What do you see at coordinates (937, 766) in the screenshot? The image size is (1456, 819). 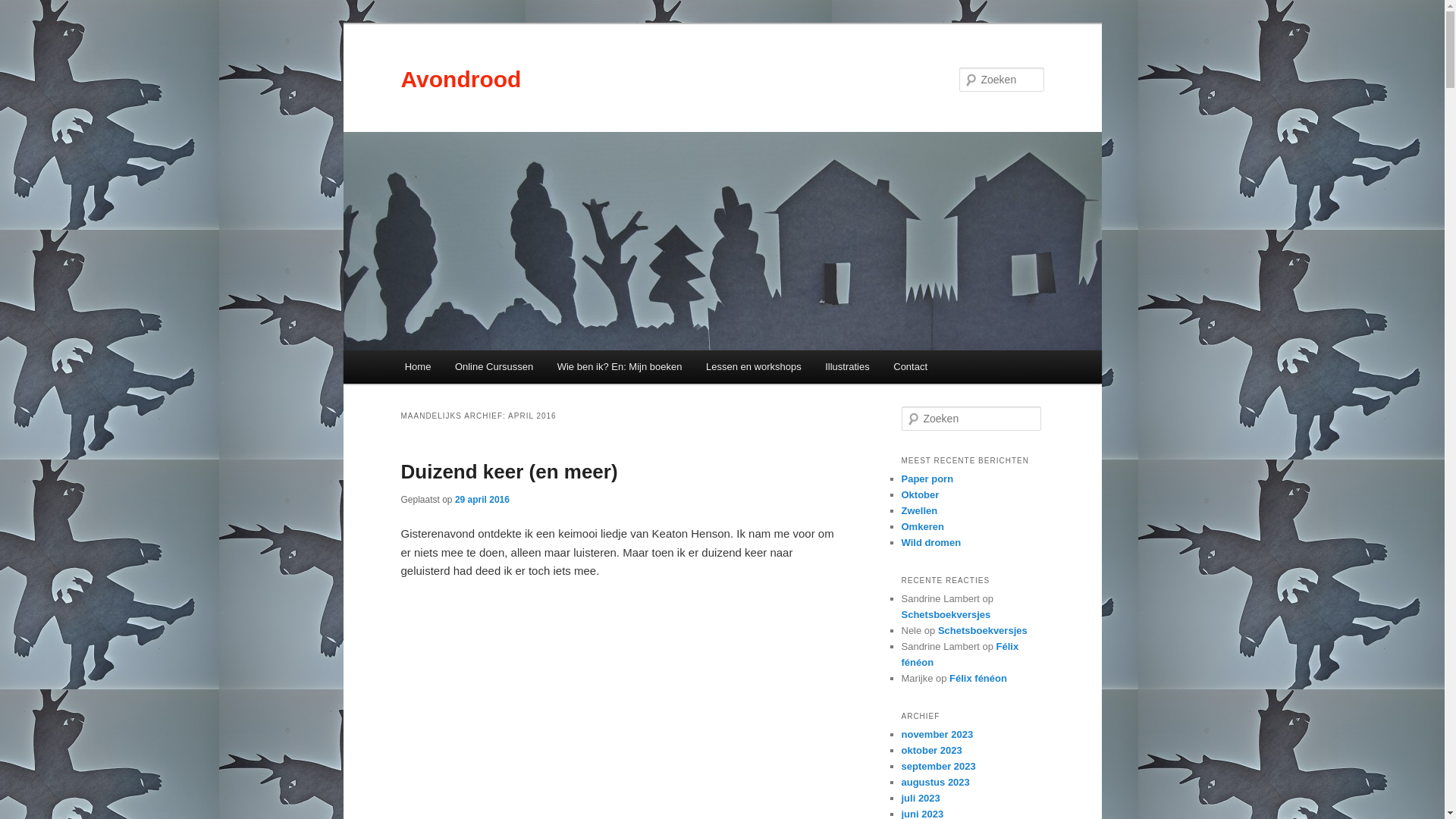 I see `'september 2023'` at bounding box center [937, 766].